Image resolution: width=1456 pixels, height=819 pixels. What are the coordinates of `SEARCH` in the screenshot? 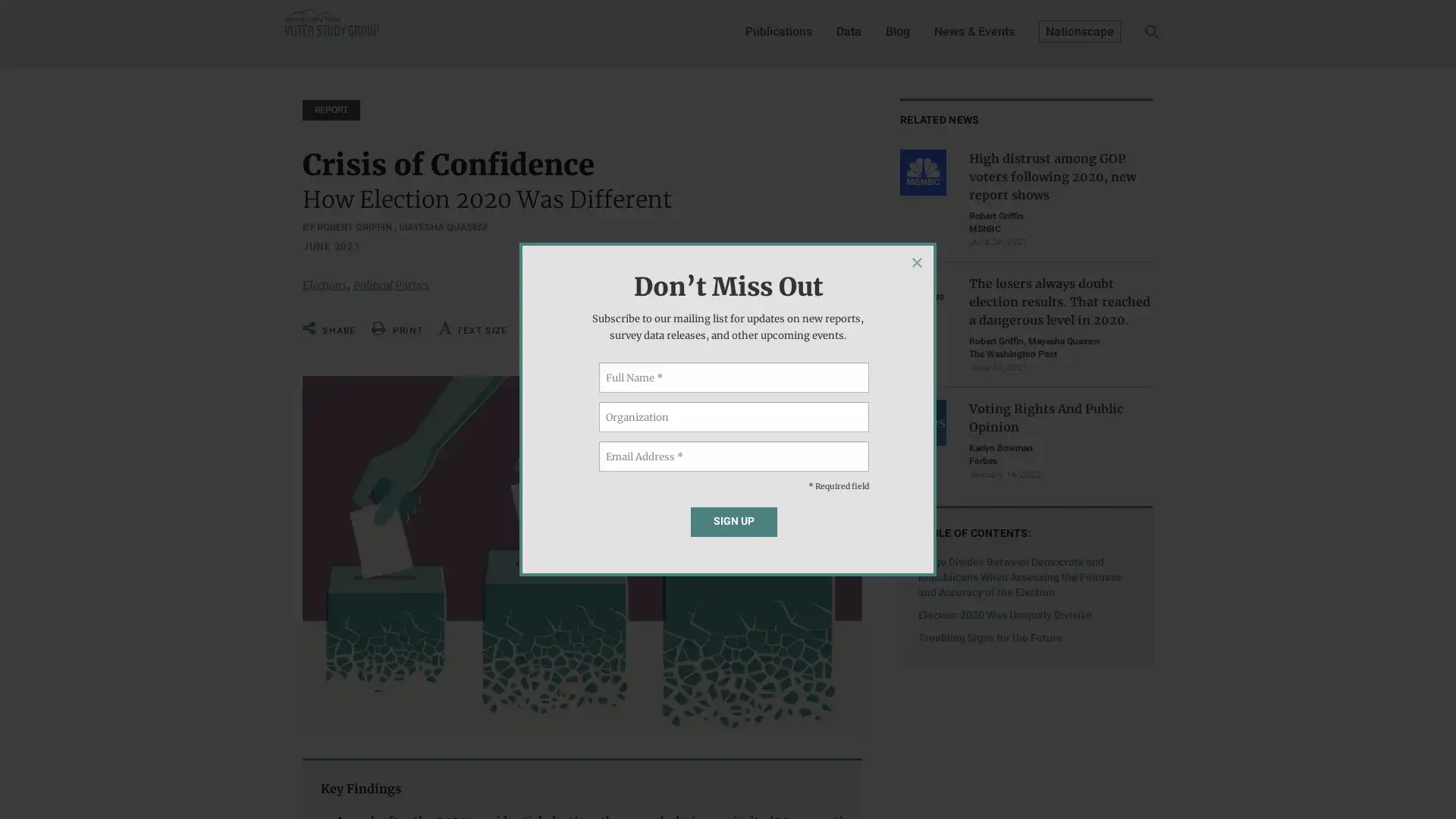 It's located at (1128, 35).